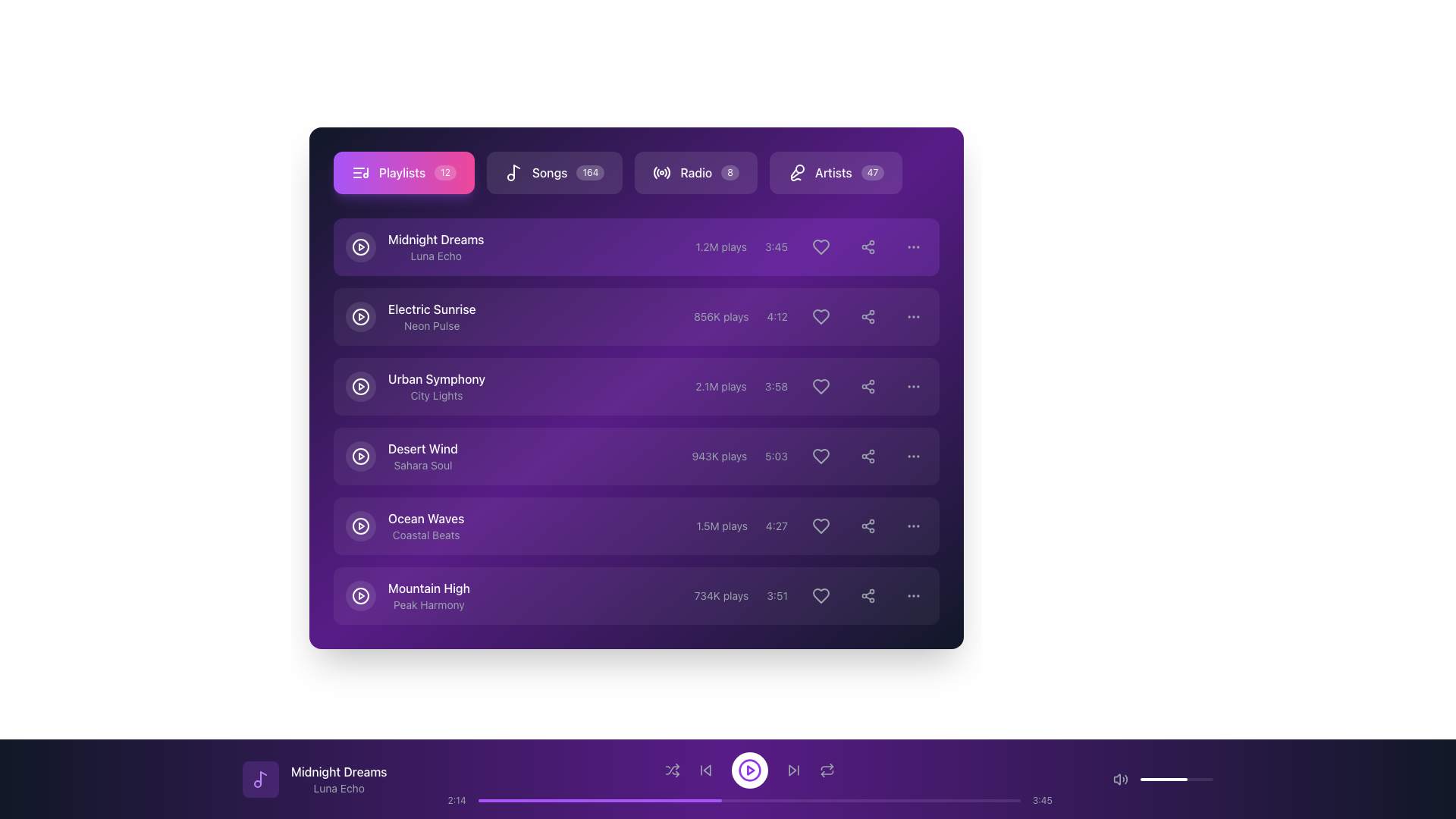 Image resolution: width=1456 pixels, height=819 pixels. What do you see at coordinates (776, 246) in the screenshot?
I see `the text label displaying the duration '3:45', which is styled in a small, gray font and located between the play count and interactive buttons in the playlist table row` at bounding box center [776, 246].